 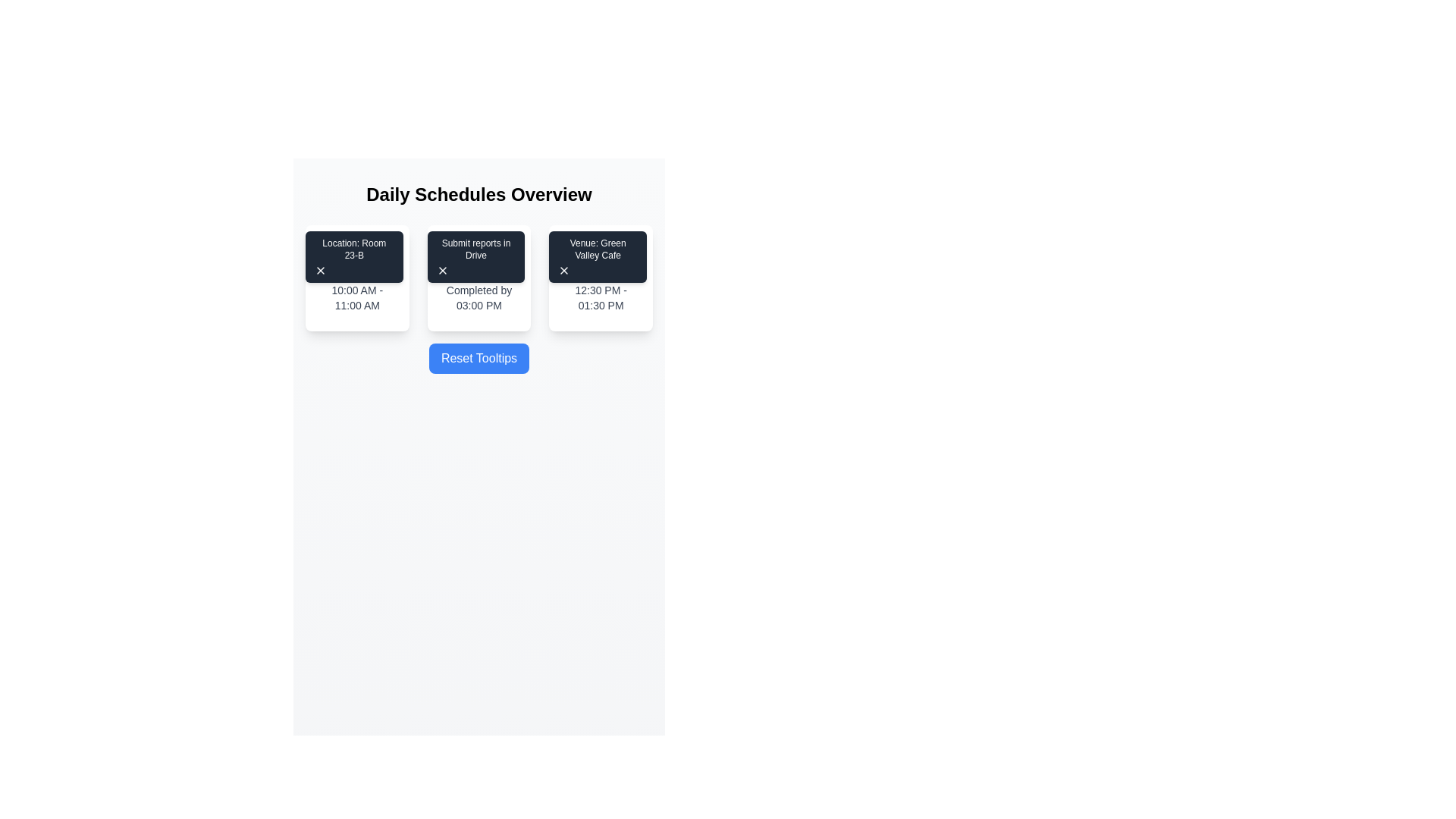 What do you see at coordinates (600, 298) in the screenshot?
I see `displayed time from the text block showing '12:30 PM - 01:30 PM' located below the 'Team Lunch' text in the third card of the 'Daily Schedules Overview' section` at bounding box center [600, 298].